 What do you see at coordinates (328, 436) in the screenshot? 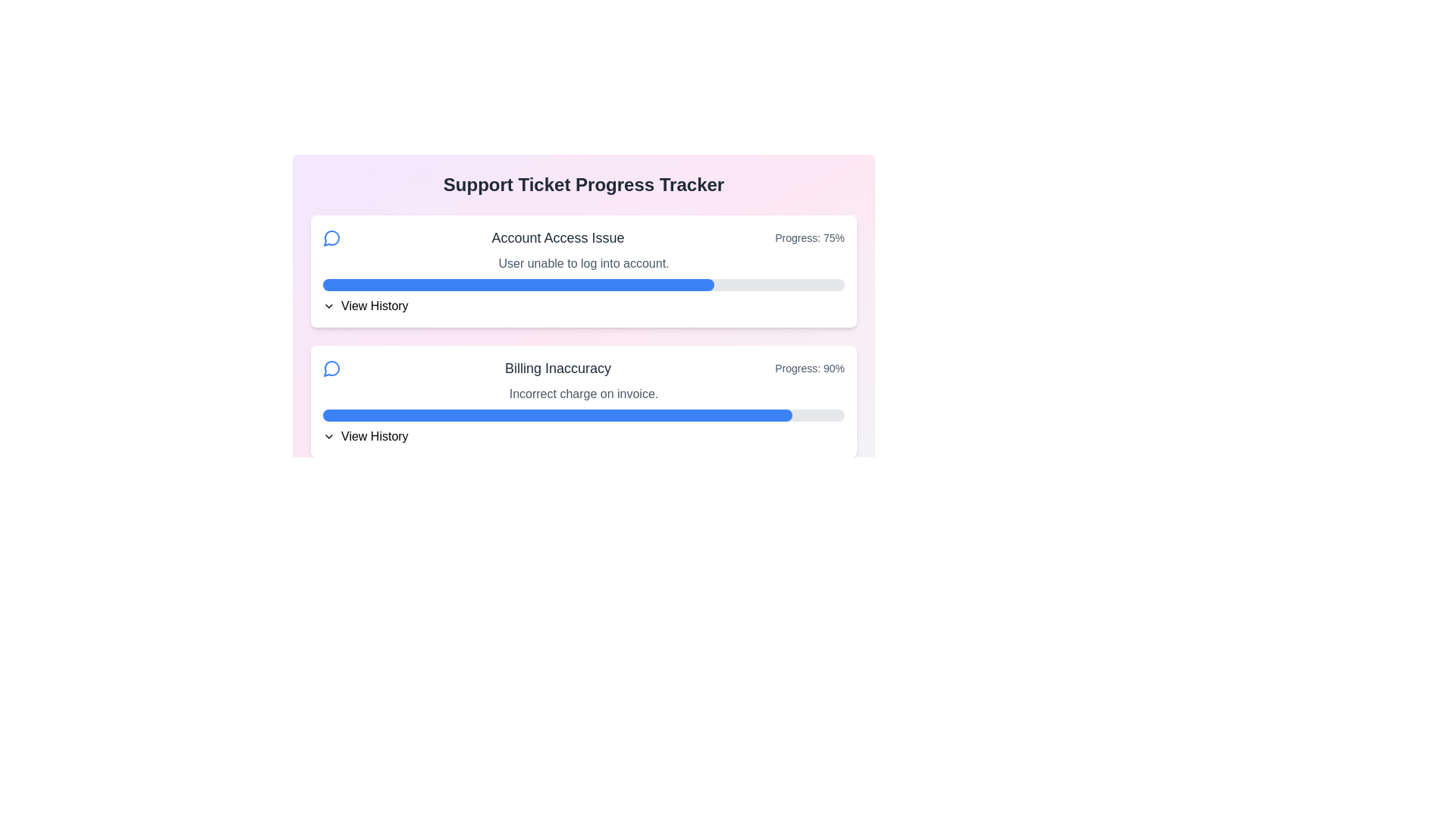
I see `the downward chevron-shaped icon located to the left of the 'View History' text within the 'Billing Inaccuracy' ticket item` at bounding box center [328, 436].